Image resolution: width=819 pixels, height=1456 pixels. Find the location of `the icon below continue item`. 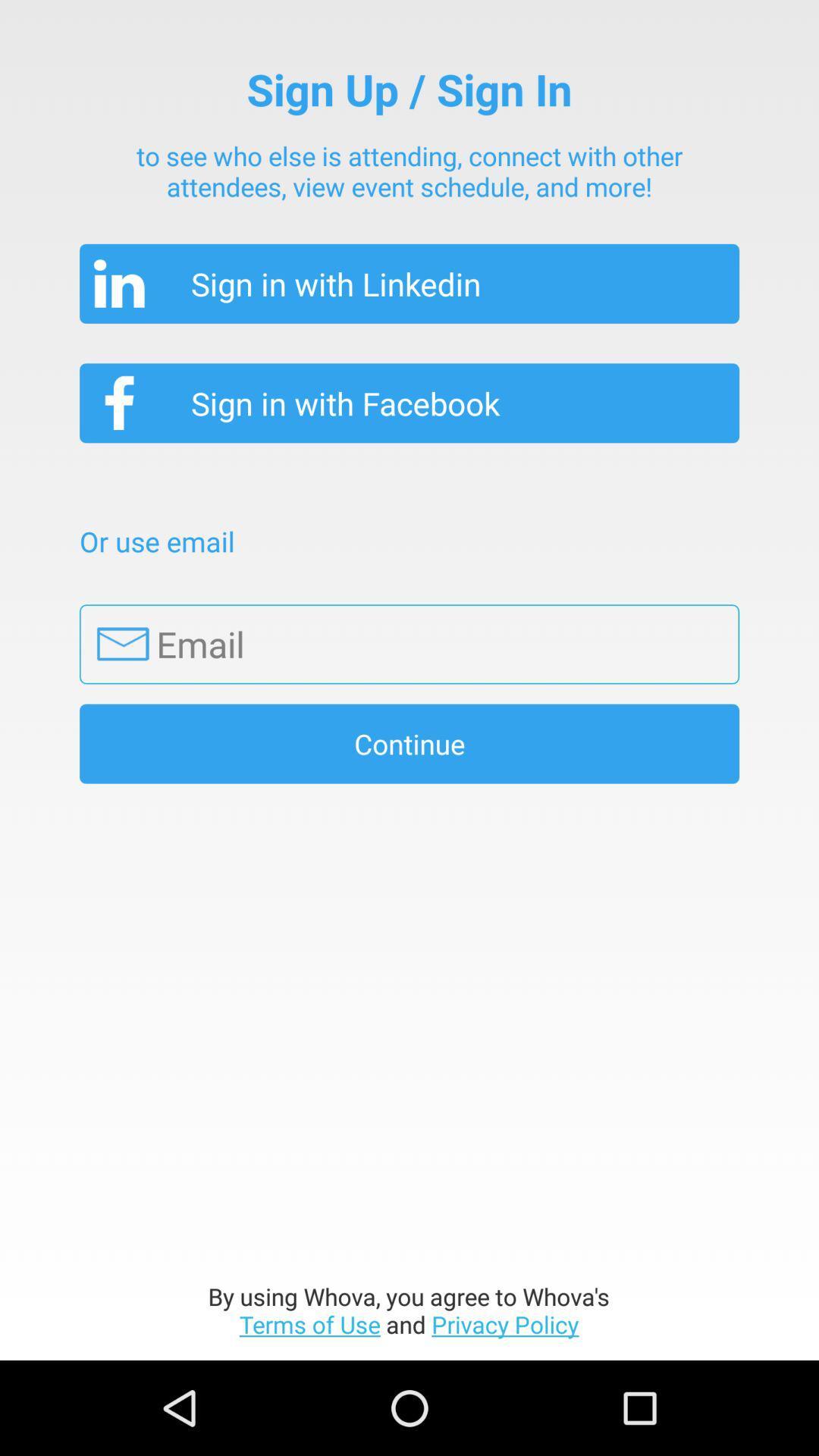

the icon below continue item is located at coordinates (408, 1310).